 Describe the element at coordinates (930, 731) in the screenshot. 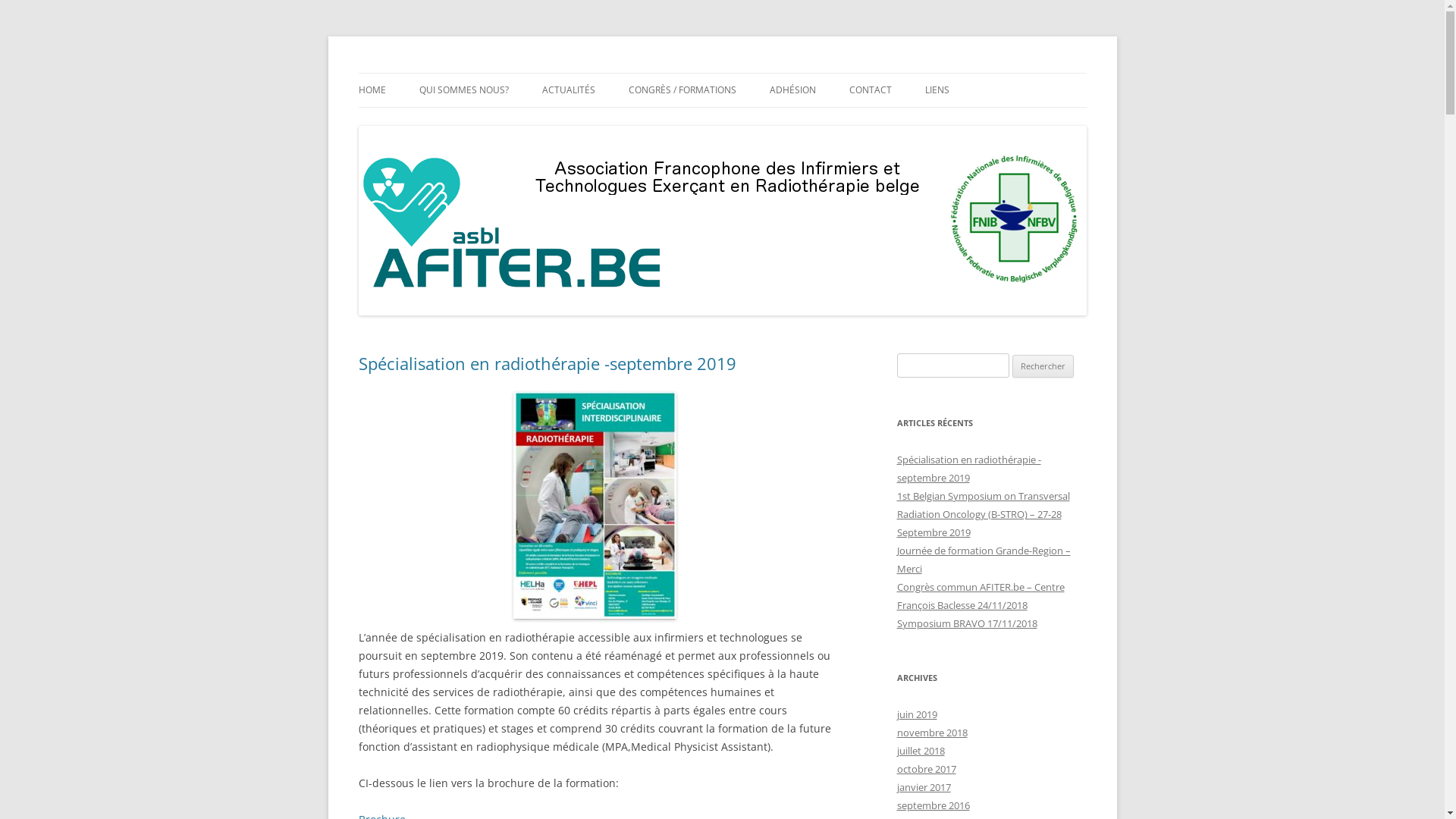

I see `'novembre 2018'` at that location.